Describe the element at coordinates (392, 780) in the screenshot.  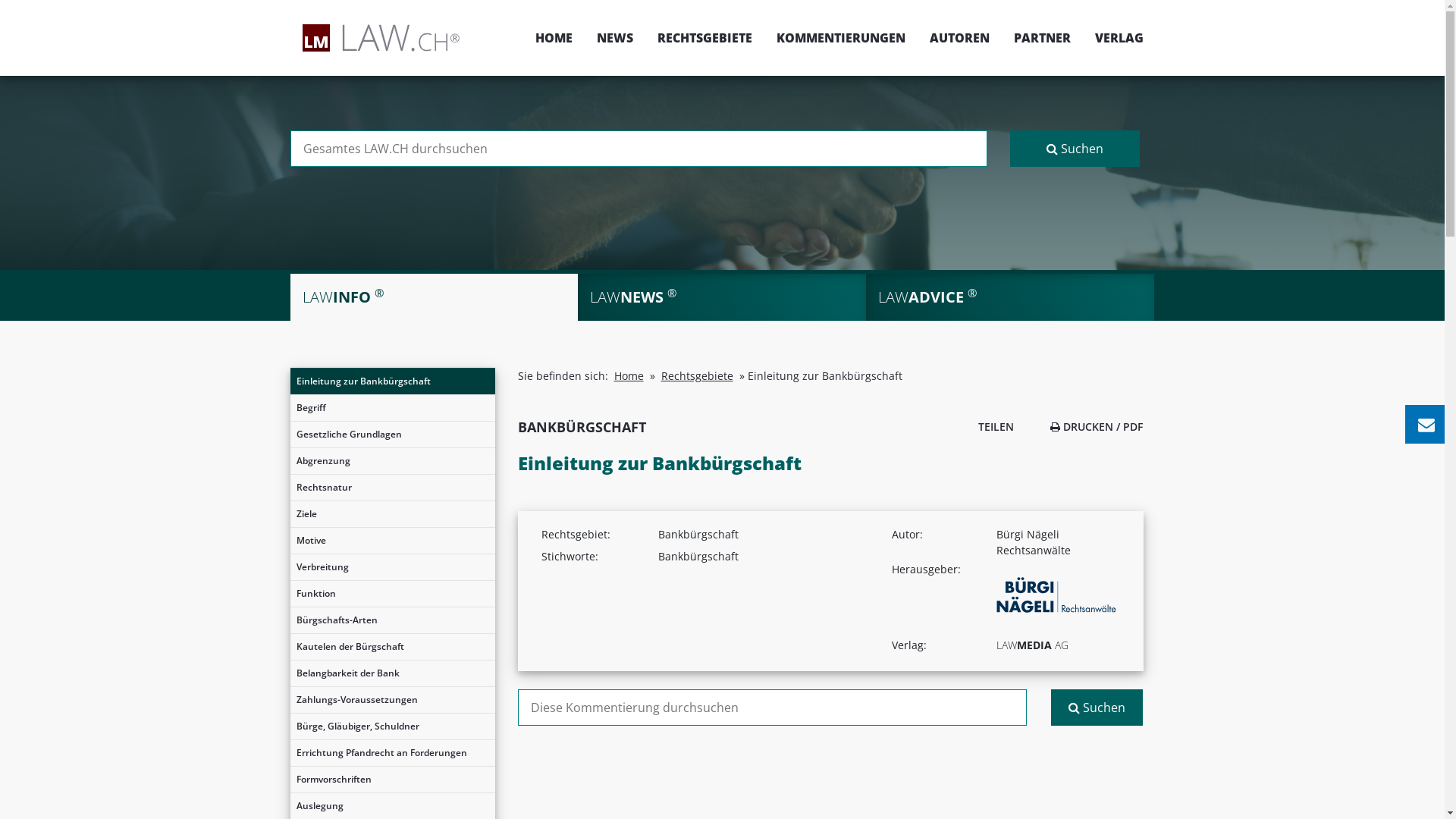
I see `'Formvorschriften'` at that location.